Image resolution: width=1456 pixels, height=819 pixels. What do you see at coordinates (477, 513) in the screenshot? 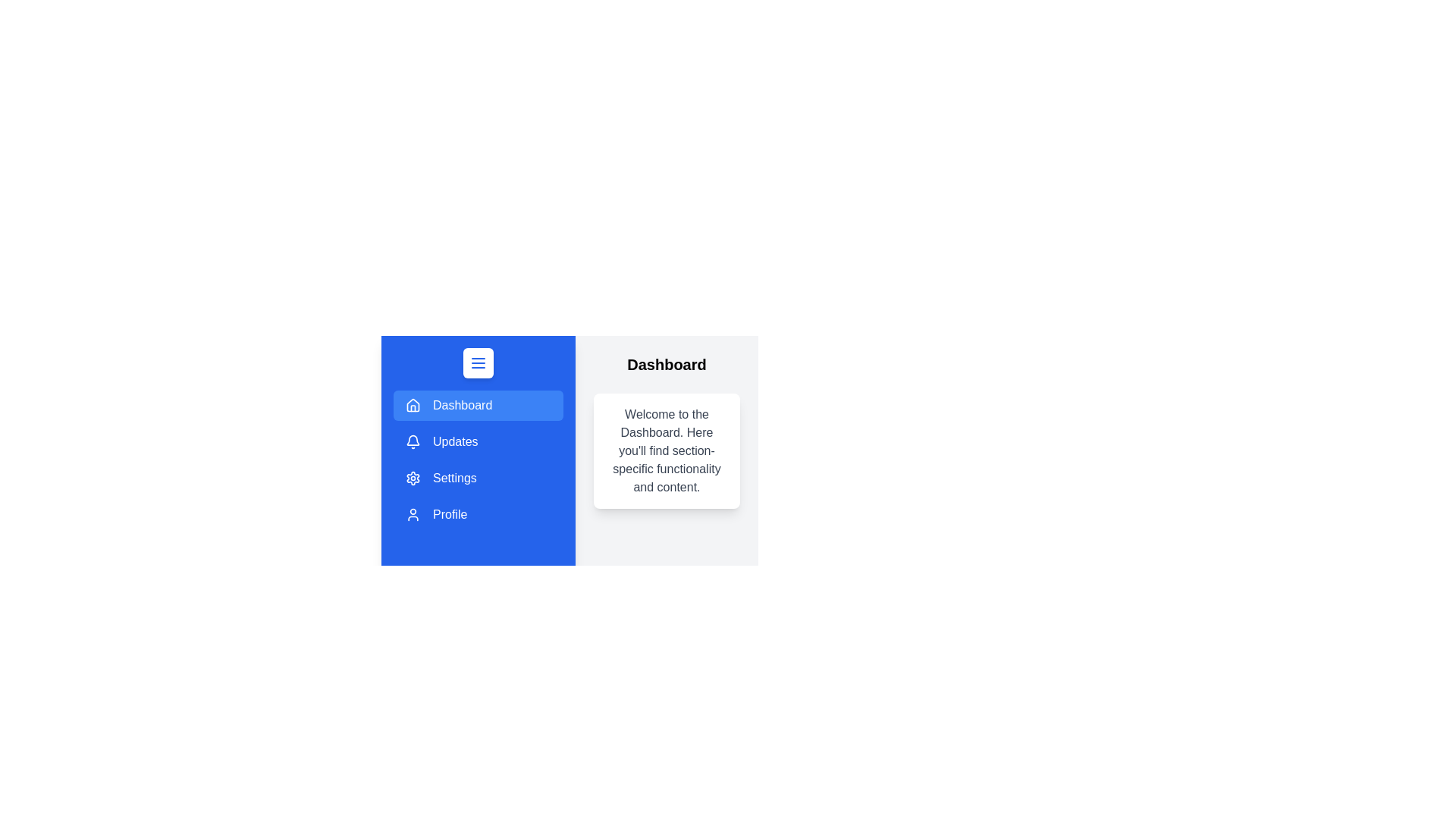
I see `the menu item Profile to navigate to the corresponding page` at bounding box center [477, 513].